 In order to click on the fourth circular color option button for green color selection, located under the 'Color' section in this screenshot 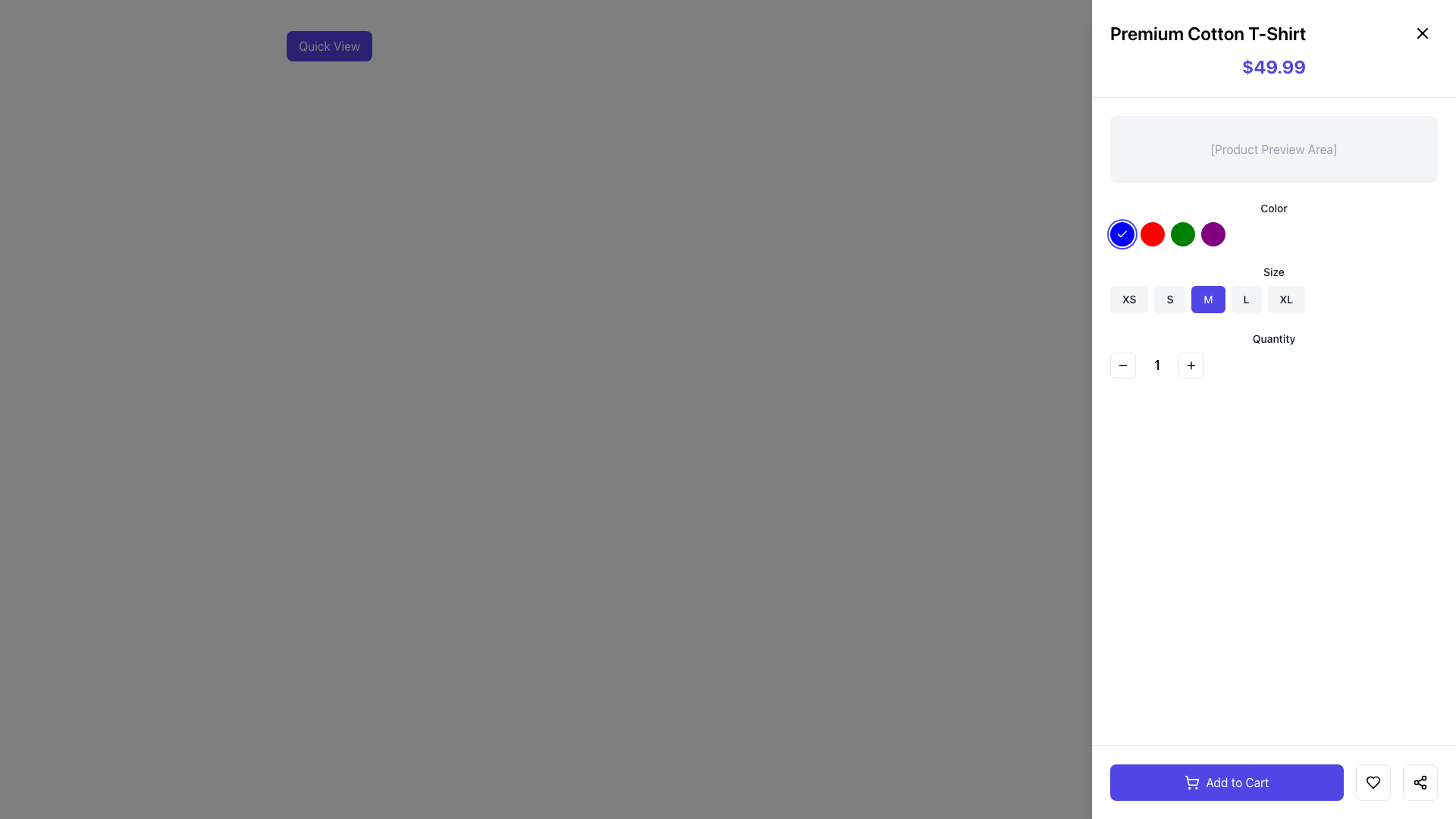, I will do `click(1182, 234)`.